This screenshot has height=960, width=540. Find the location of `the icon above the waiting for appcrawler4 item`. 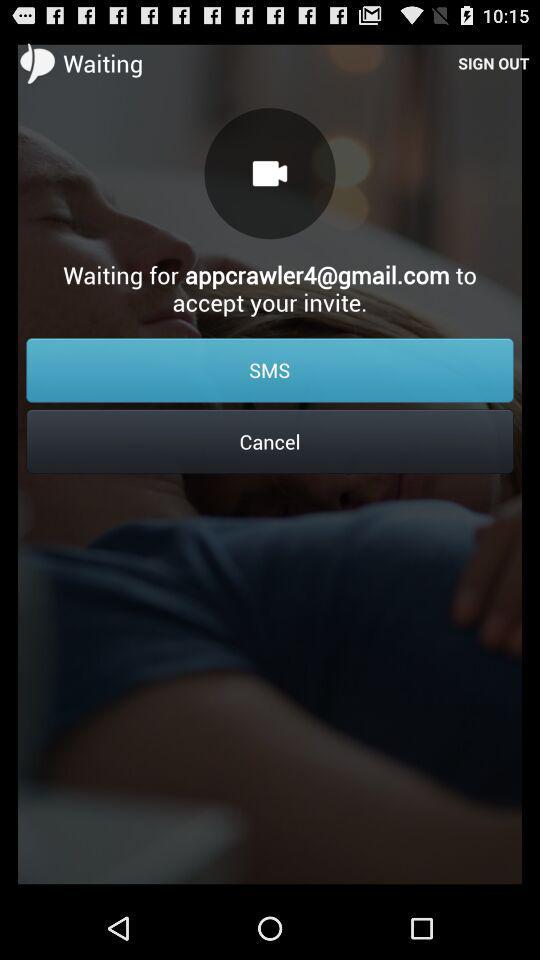

the icon above the waiting for appcrawler4 item is located at coordinates (492, 62).